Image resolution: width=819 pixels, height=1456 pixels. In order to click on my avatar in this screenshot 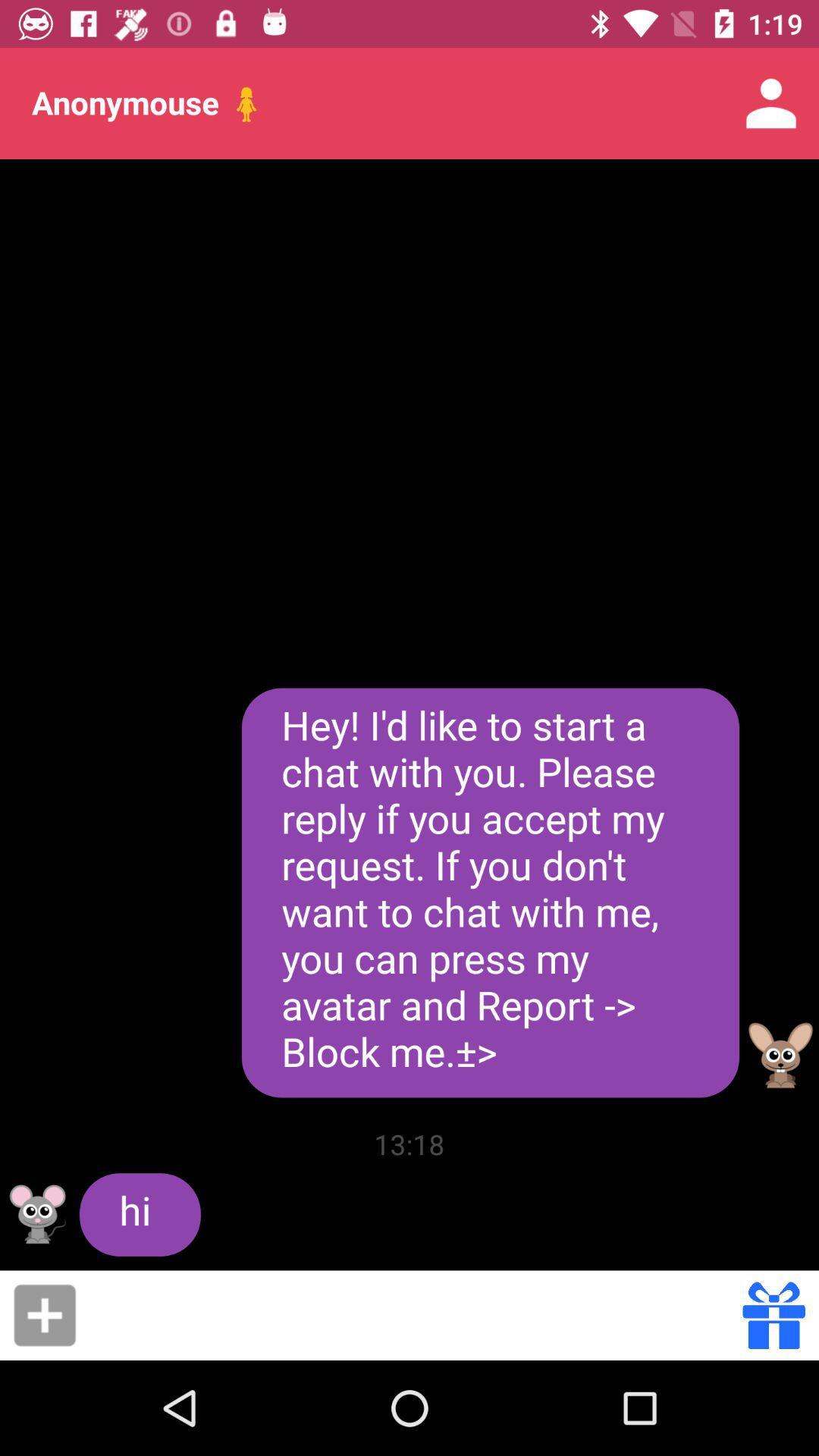, I will do `click(37, 1214)`.